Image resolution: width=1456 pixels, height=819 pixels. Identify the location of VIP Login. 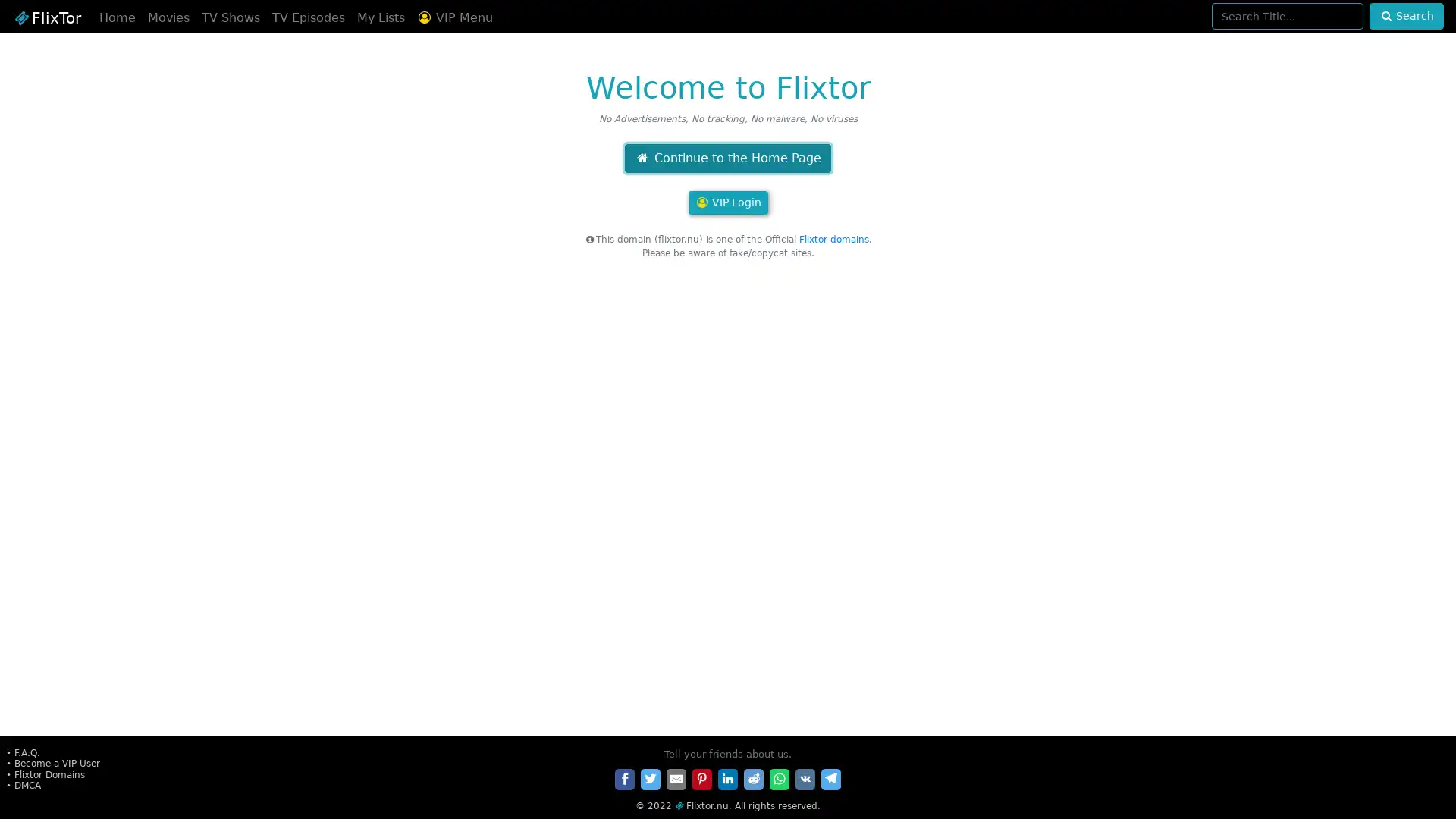
(726, 202).